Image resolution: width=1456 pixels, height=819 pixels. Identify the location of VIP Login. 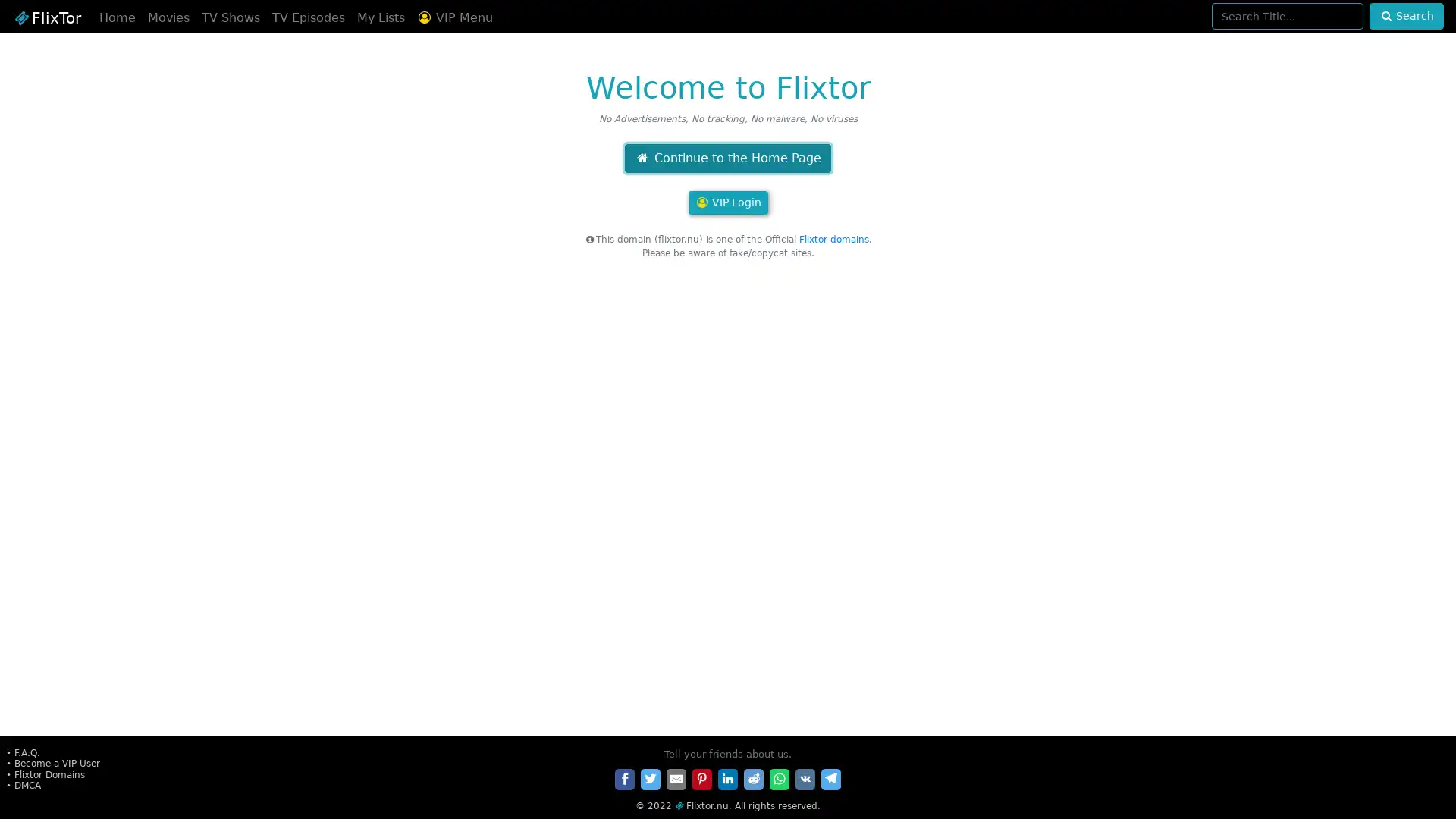
(726, 202).